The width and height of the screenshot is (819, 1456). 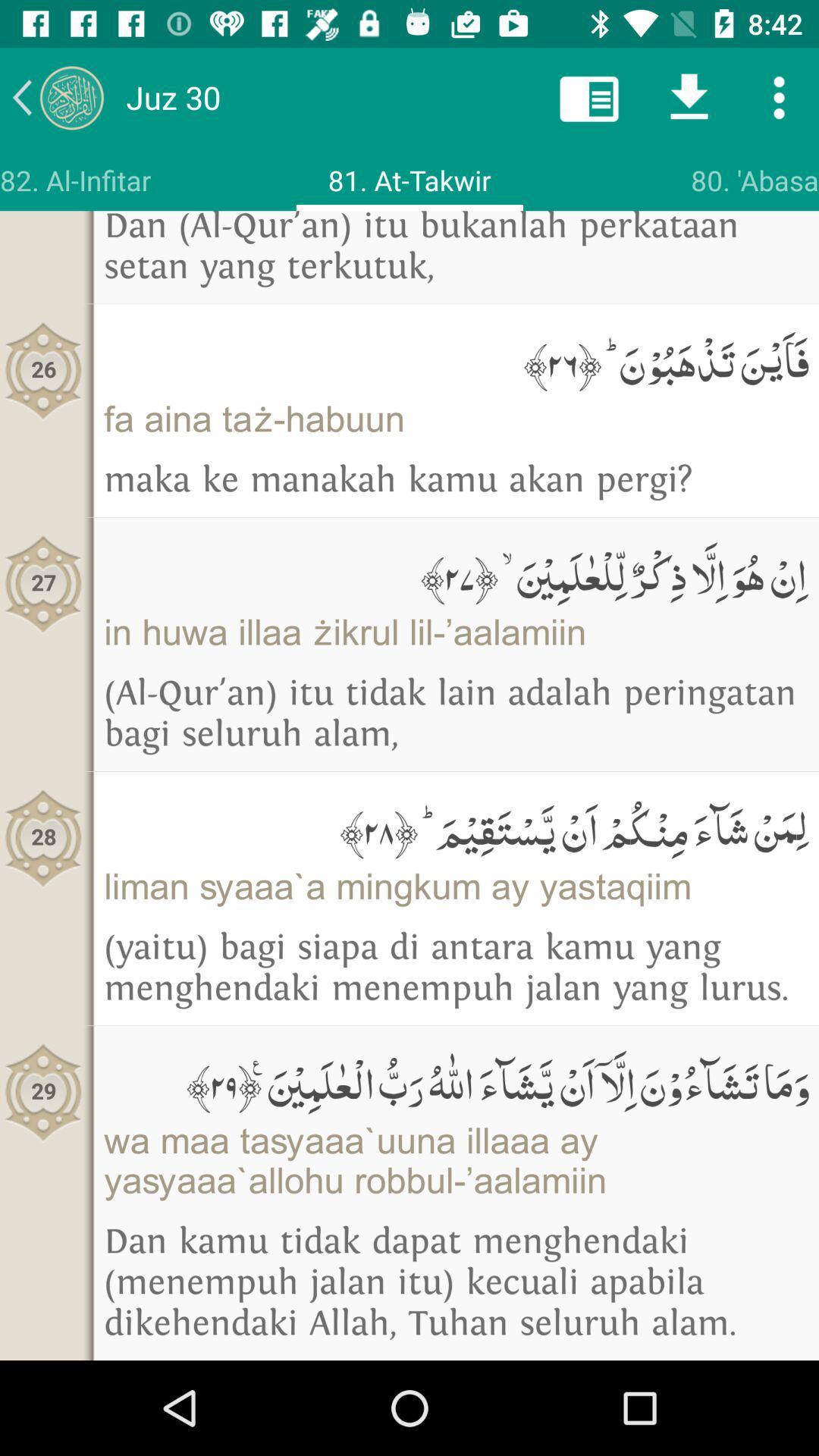 I want to click on icon next to the 29 item, so click(x=455, y=1081).